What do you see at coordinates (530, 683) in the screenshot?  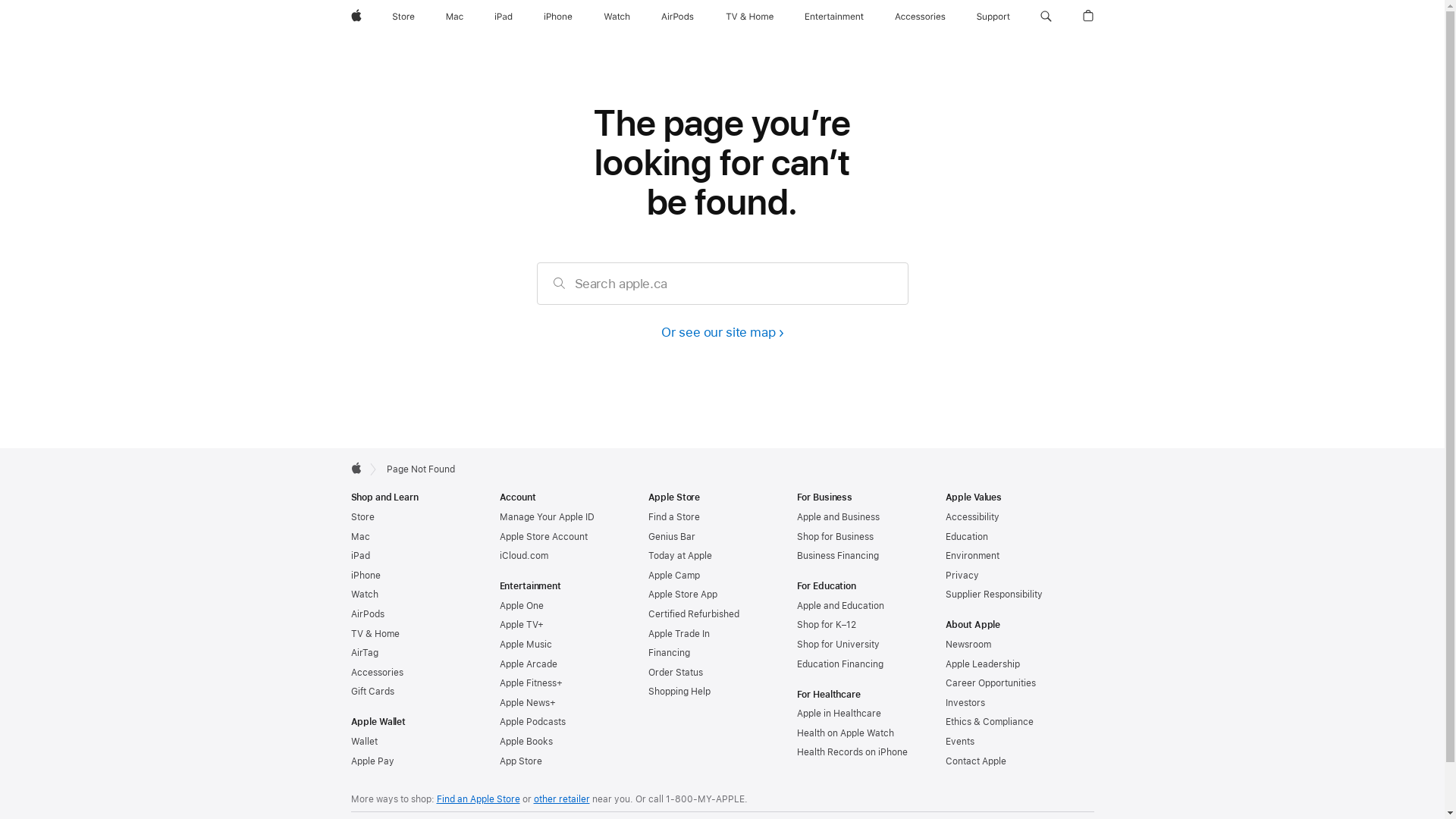 I see `'Apple Fitness+'` at bounding box center [530, 683].